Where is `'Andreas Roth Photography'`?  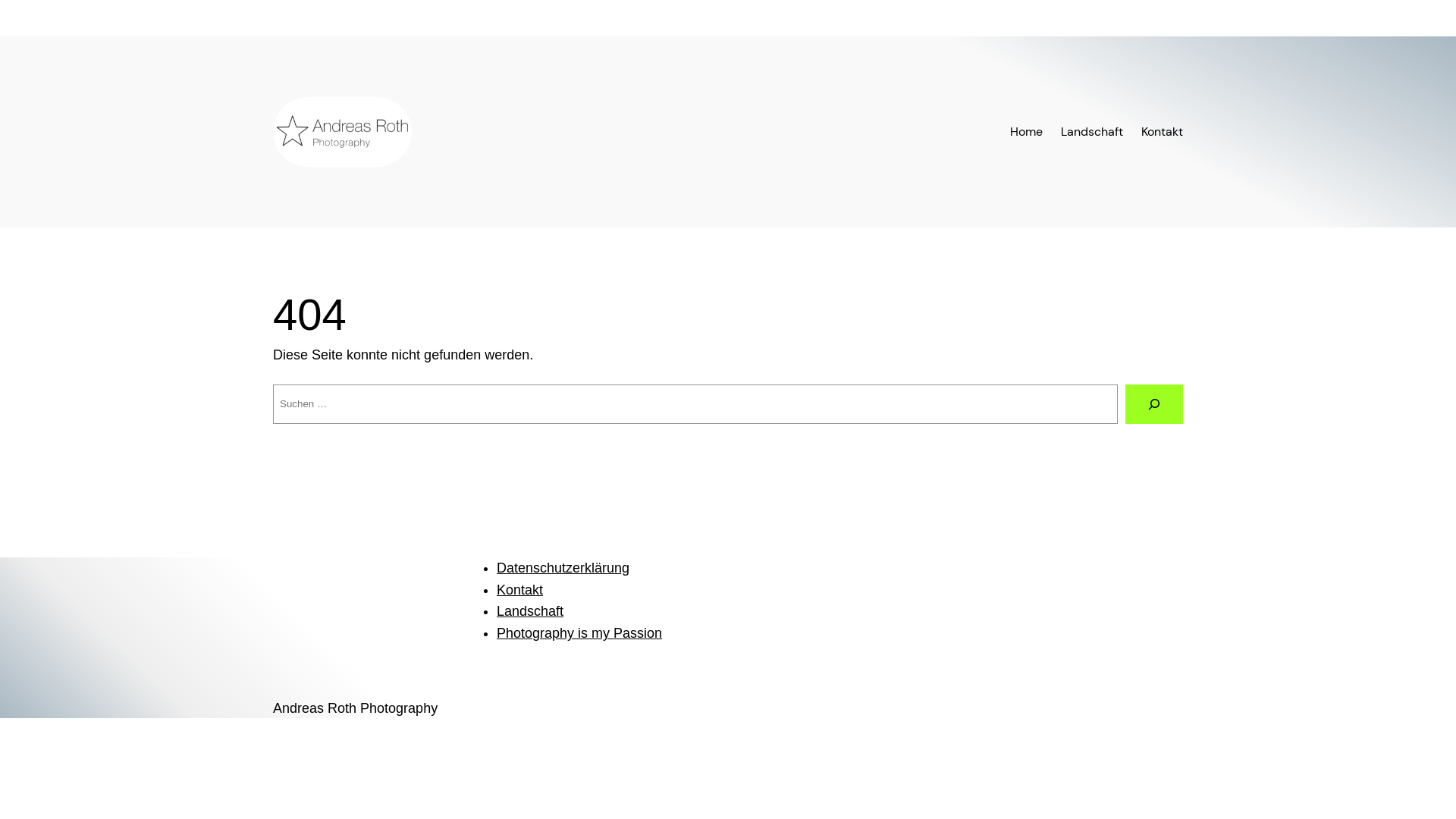
'Andreas Roth Photography' is located at coordinates (273, 708).